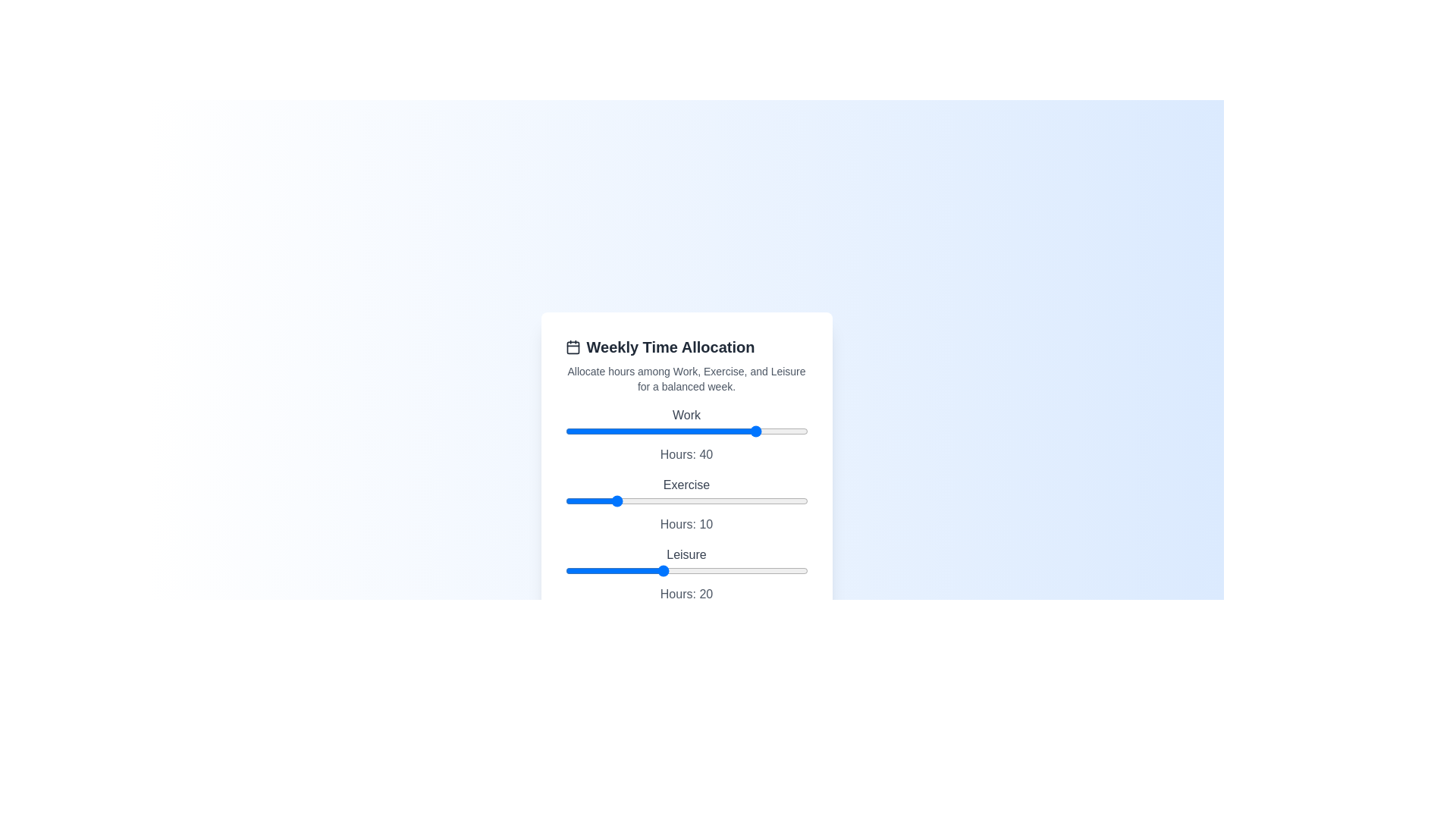 This screenshot has height=819, width=1456. Describe the element at coordinates (686, 431) in the screenshot. I see `the slider associated with the label Work` at that location.